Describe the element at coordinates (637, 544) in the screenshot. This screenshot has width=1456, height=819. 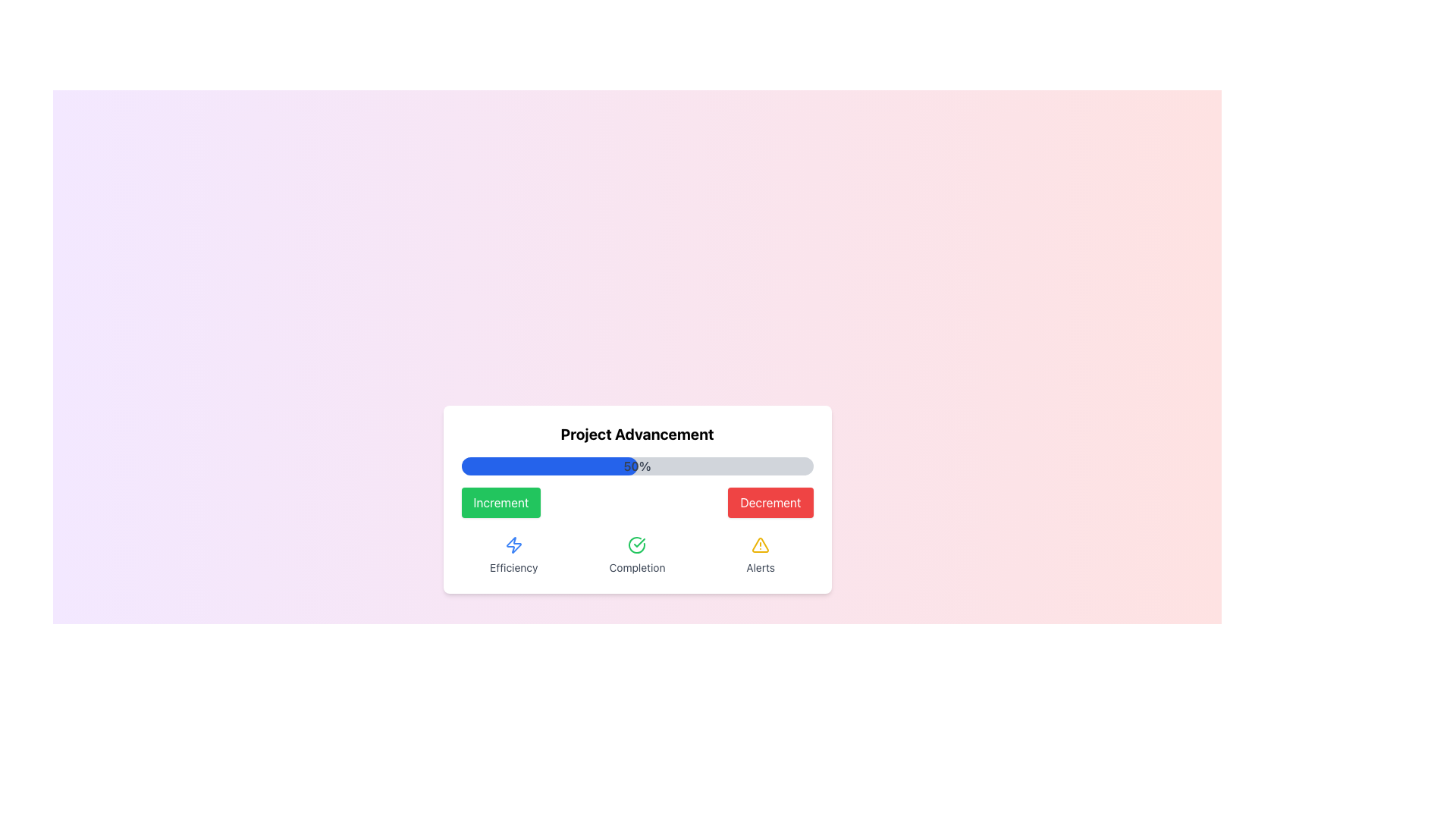
I see `the Status indicating icon located in the lower-middle section of the interface, directly above the label 'Completion' and between the 'Efficiency' and 'Alerts' icons` at that location.